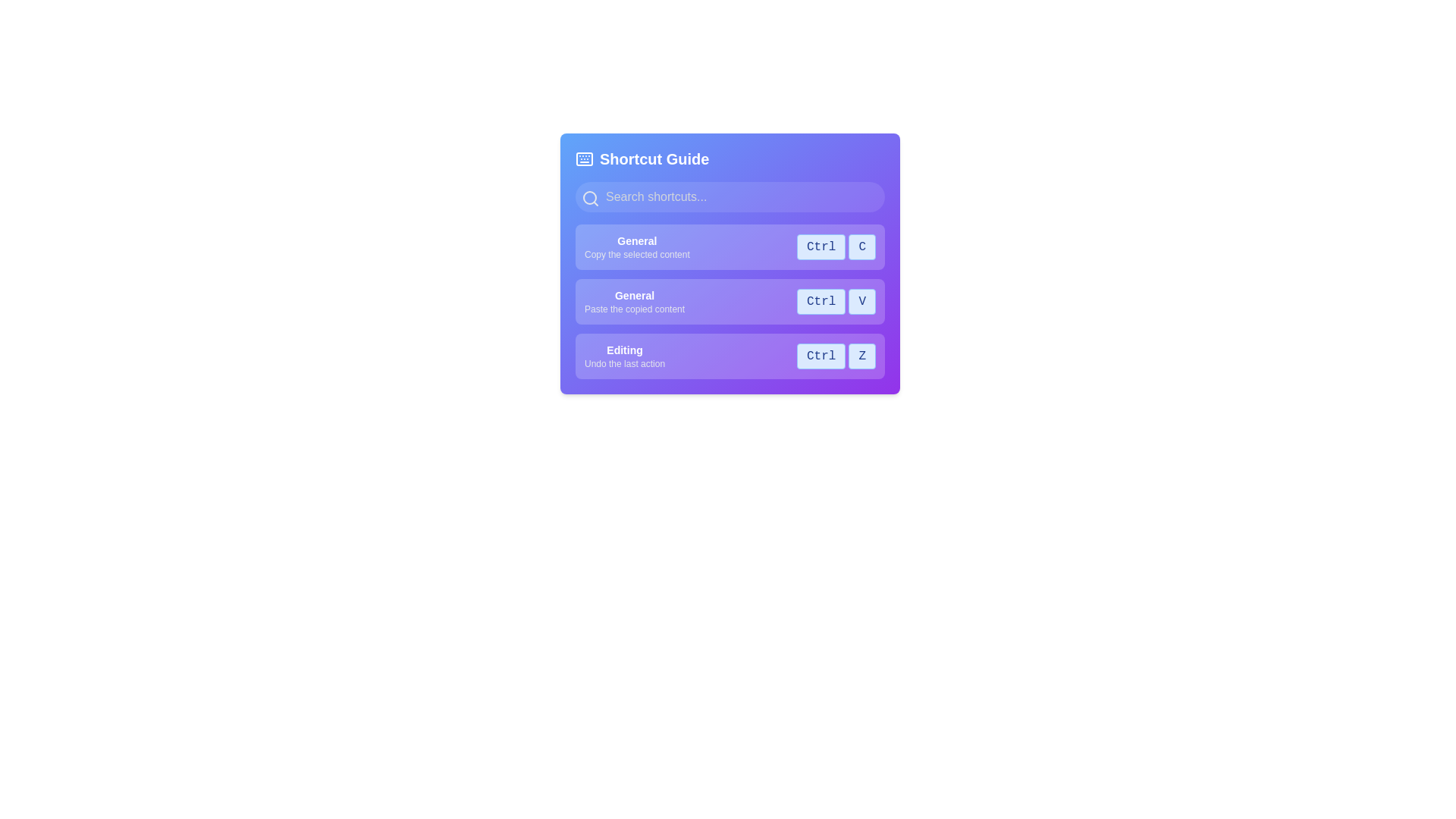 This screenshot has width=1456, height=819. I want to click on the descriptive text label indicating the functionality of the shortcut key 'Ctrl Z' located in the 'Editing' section, positioned to the right of the section title, so click(625, 363).